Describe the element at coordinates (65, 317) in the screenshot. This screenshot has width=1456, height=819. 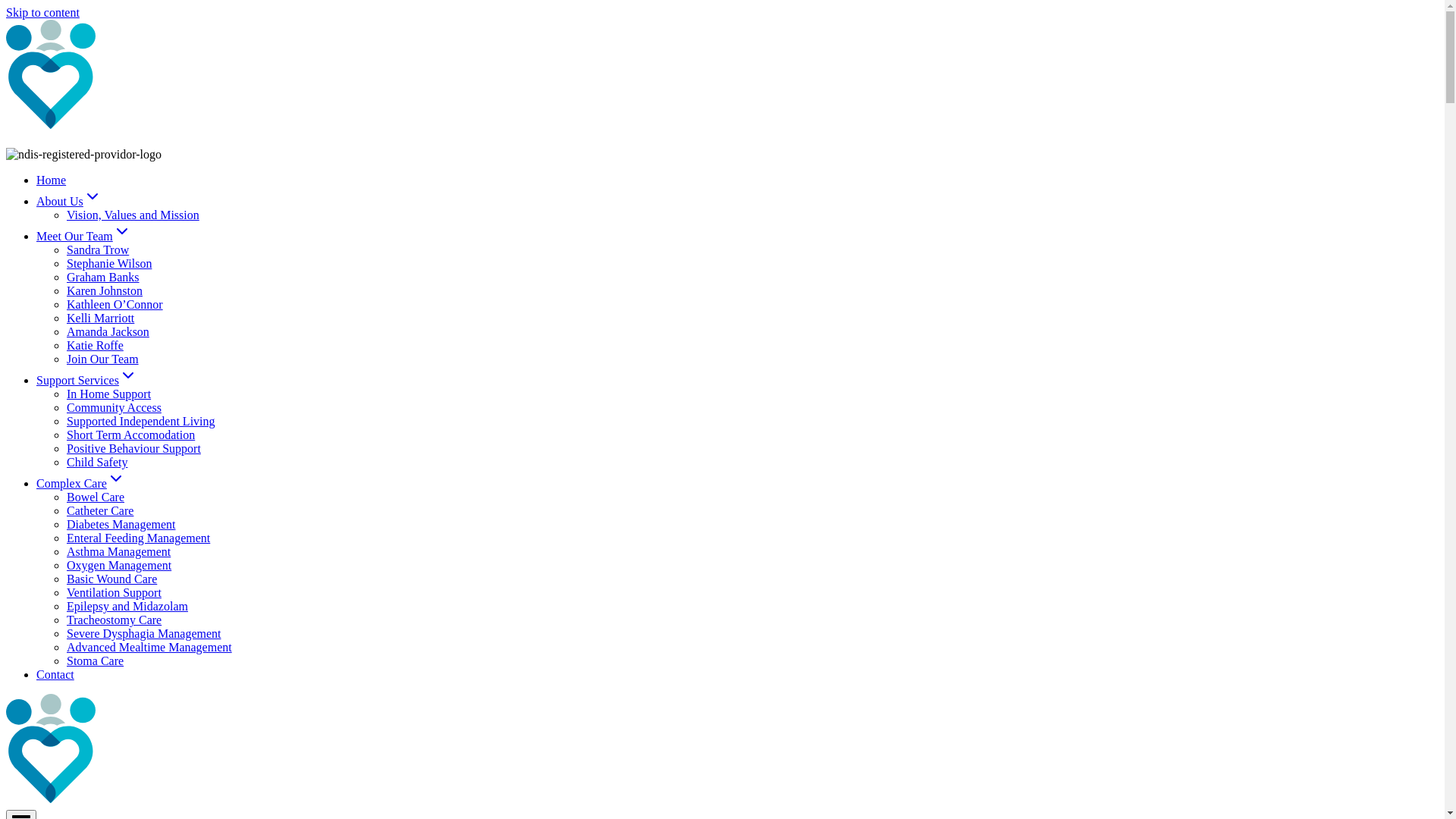
I see `'Kelli Marriott'` at that location.